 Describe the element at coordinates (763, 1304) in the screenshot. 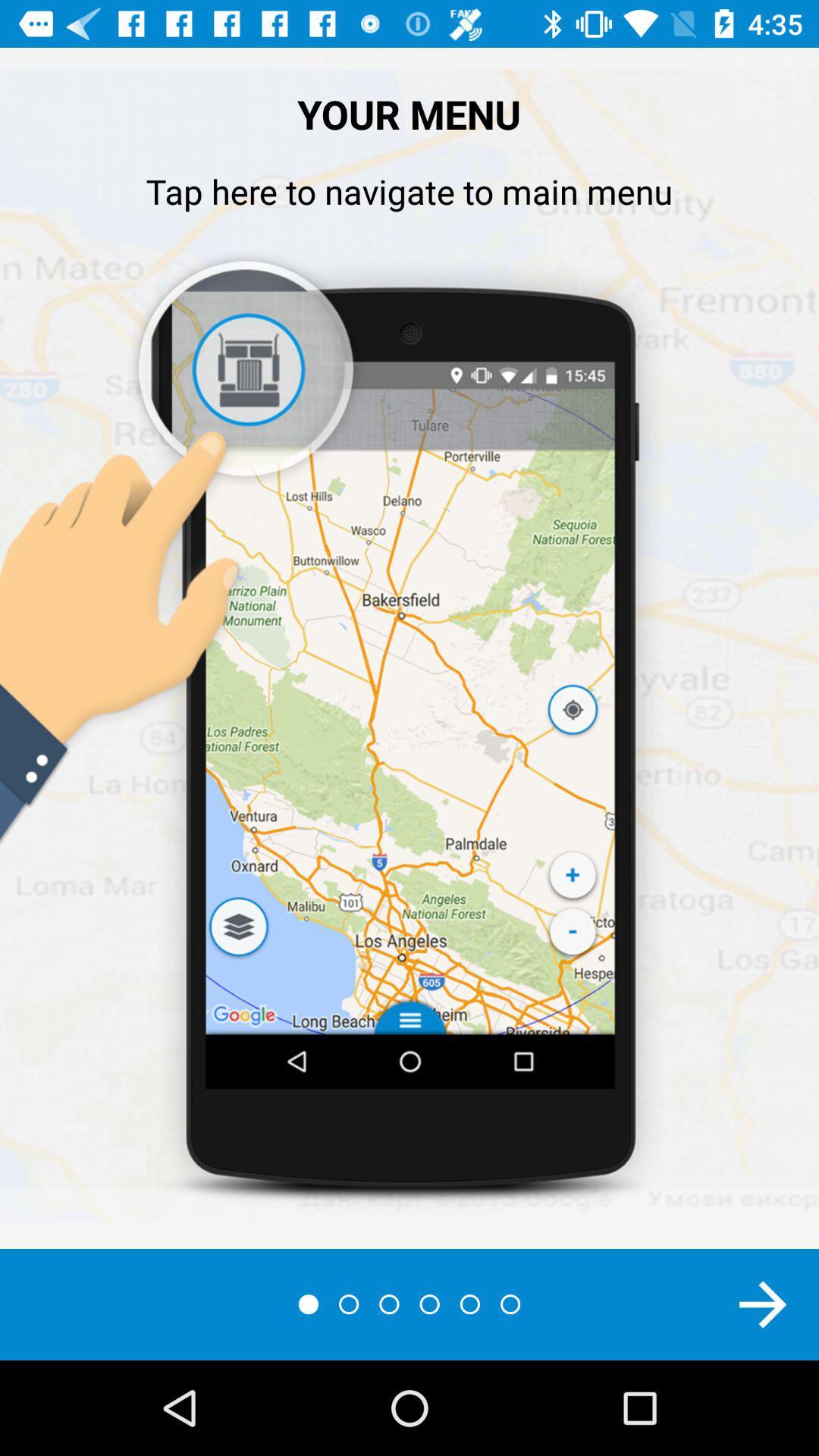

I see `the icon at the bottom right corner` at that location.